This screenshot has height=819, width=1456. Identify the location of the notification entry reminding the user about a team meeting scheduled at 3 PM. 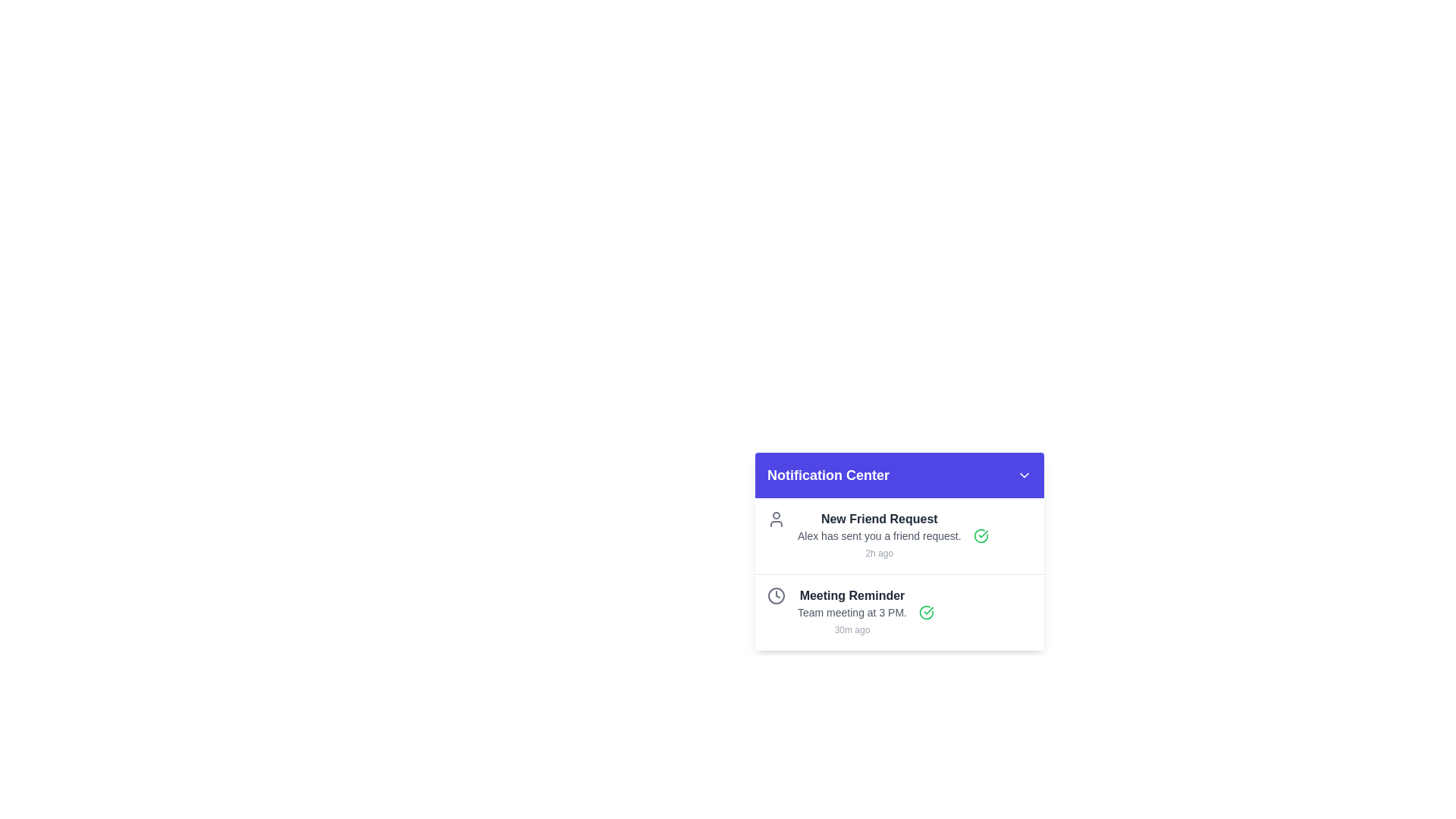
(899, 611).